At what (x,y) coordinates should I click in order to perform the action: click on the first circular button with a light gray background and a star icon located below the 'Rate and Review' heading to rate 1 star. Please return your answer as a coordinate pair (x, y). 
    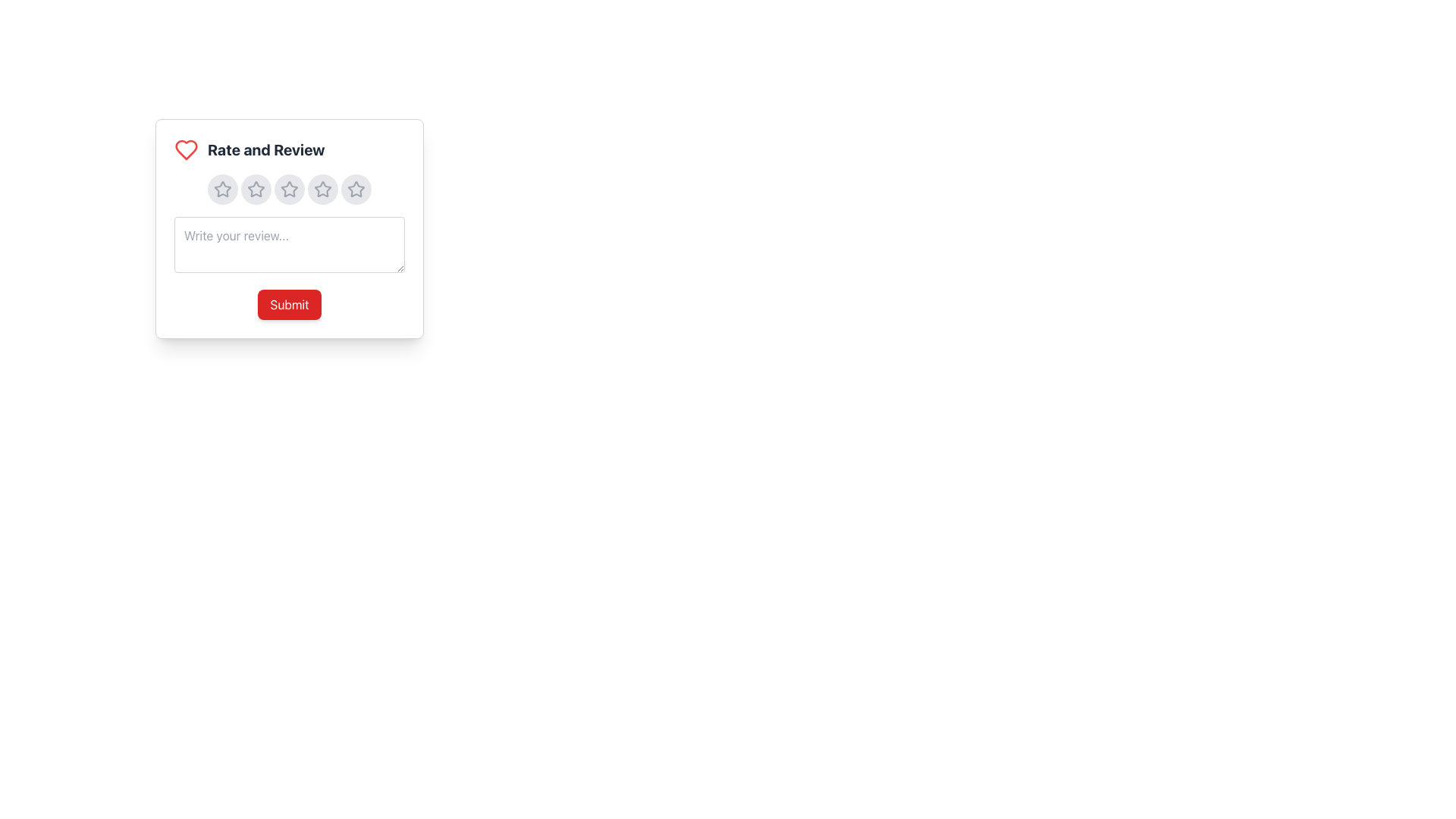
    Looking at the image, I should click on (221, 189).